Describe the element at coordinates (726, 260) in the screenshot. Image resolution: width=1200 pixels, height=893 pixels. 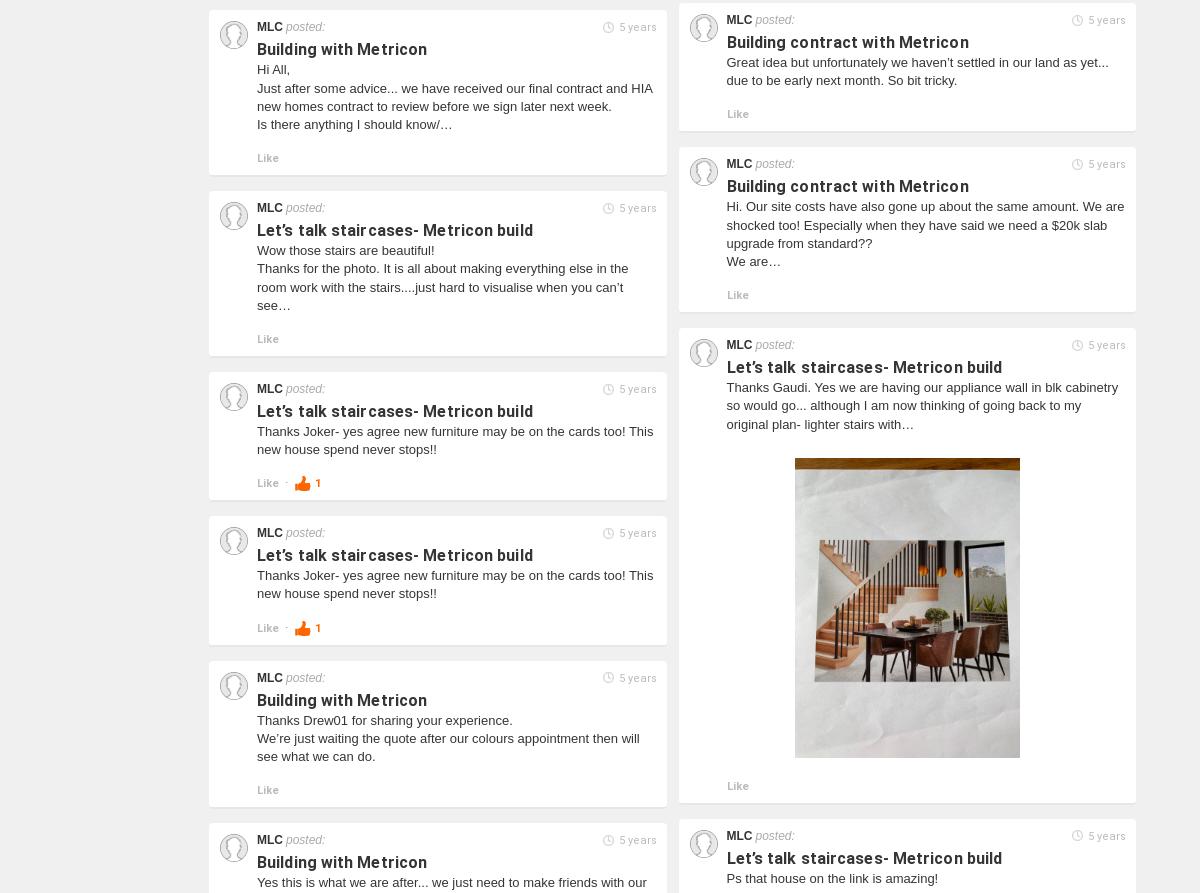
I see `'We are…'` at that location.